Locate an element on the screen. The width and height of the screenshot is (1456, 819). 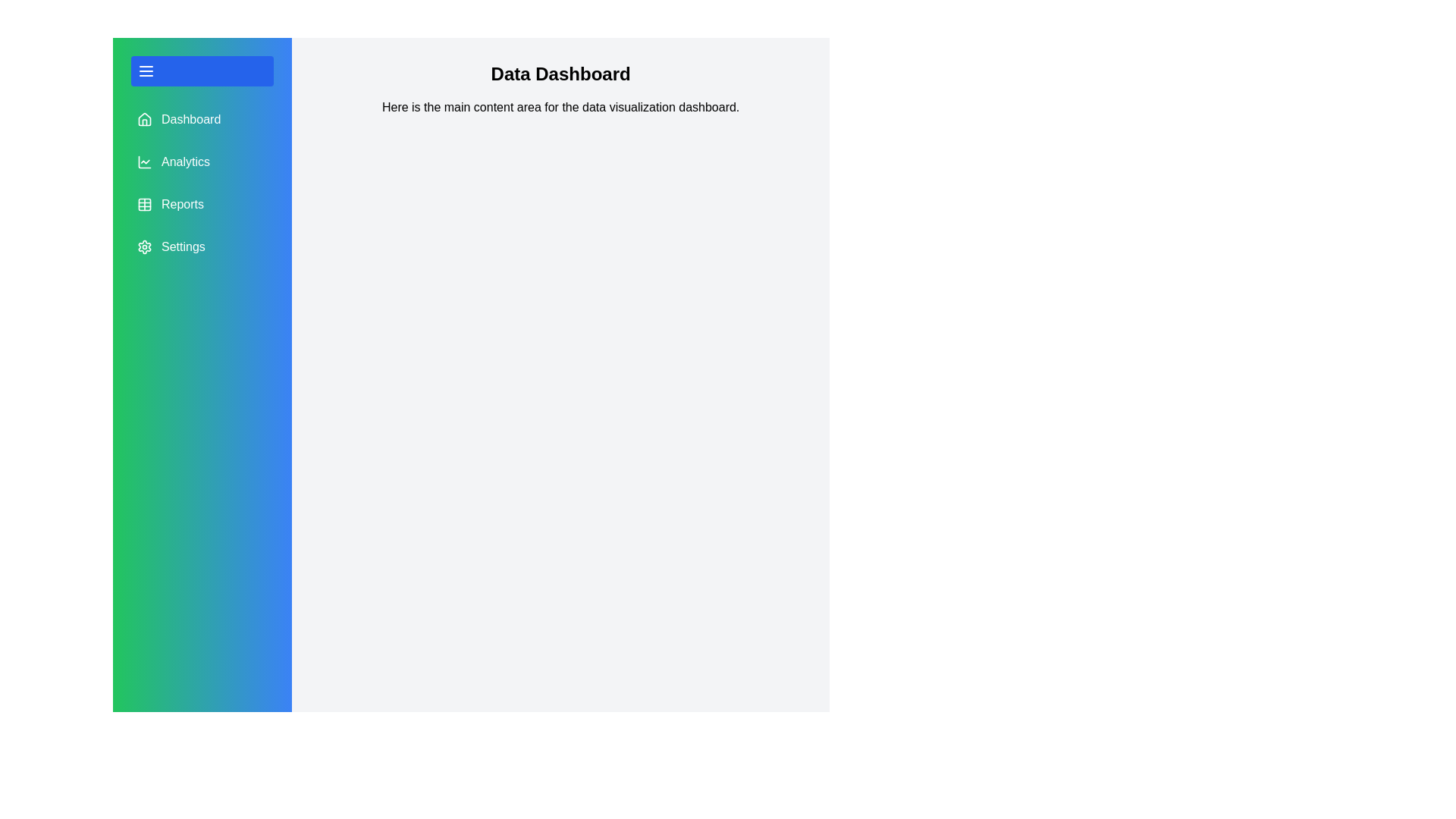
the menu item Settings in the side drawer is located at coordinates (202, 246).